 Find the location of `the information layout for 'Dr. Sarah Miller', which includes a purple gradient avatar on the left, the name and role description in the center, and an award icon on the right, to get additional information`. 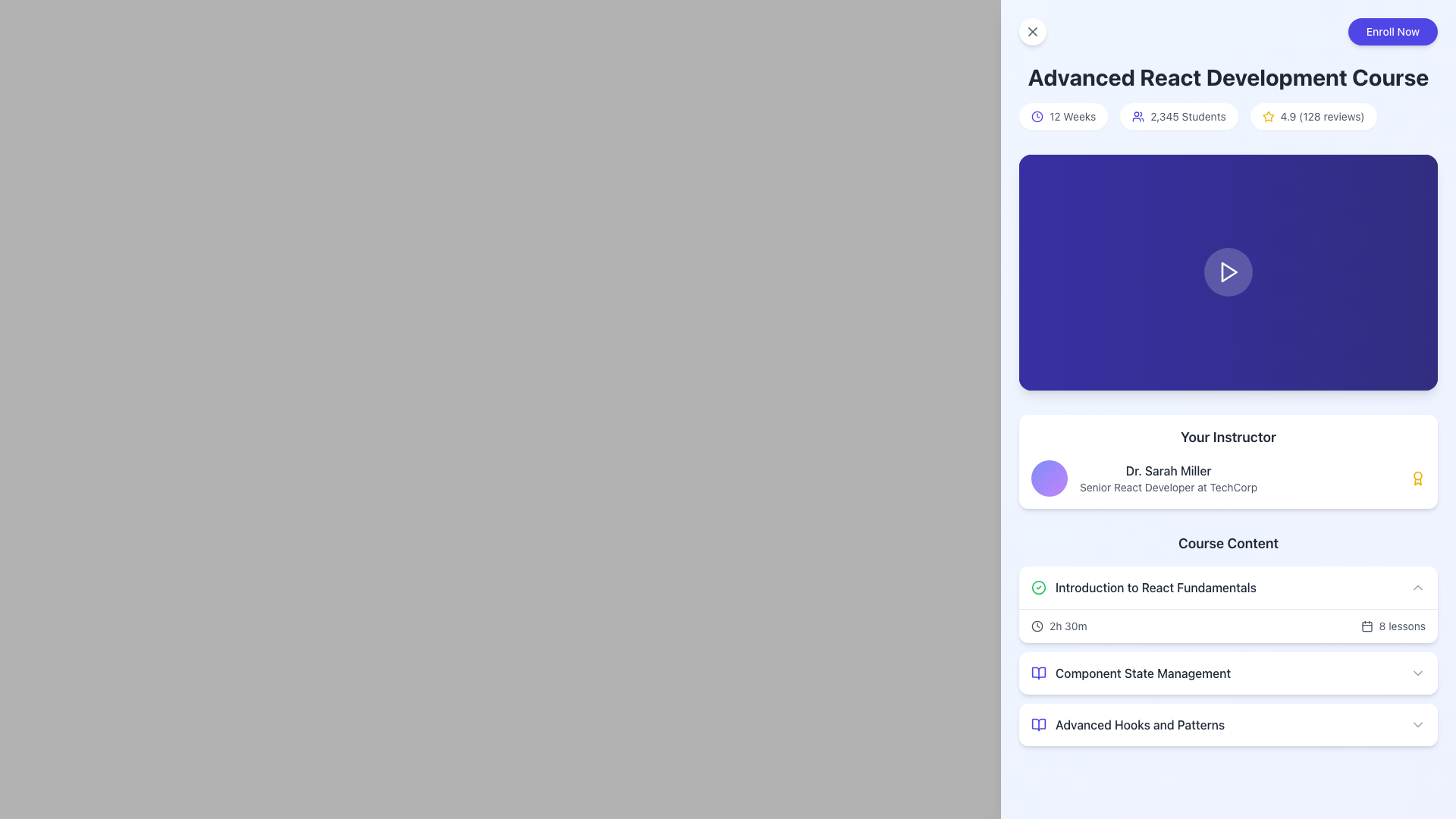

the information layout for 'Dr. Sarah Miller', which includes a purple gradient avatar on the left, the name and role description in the center, and an award icon on the right, to get additional information is located at coordinates (1228, 478).